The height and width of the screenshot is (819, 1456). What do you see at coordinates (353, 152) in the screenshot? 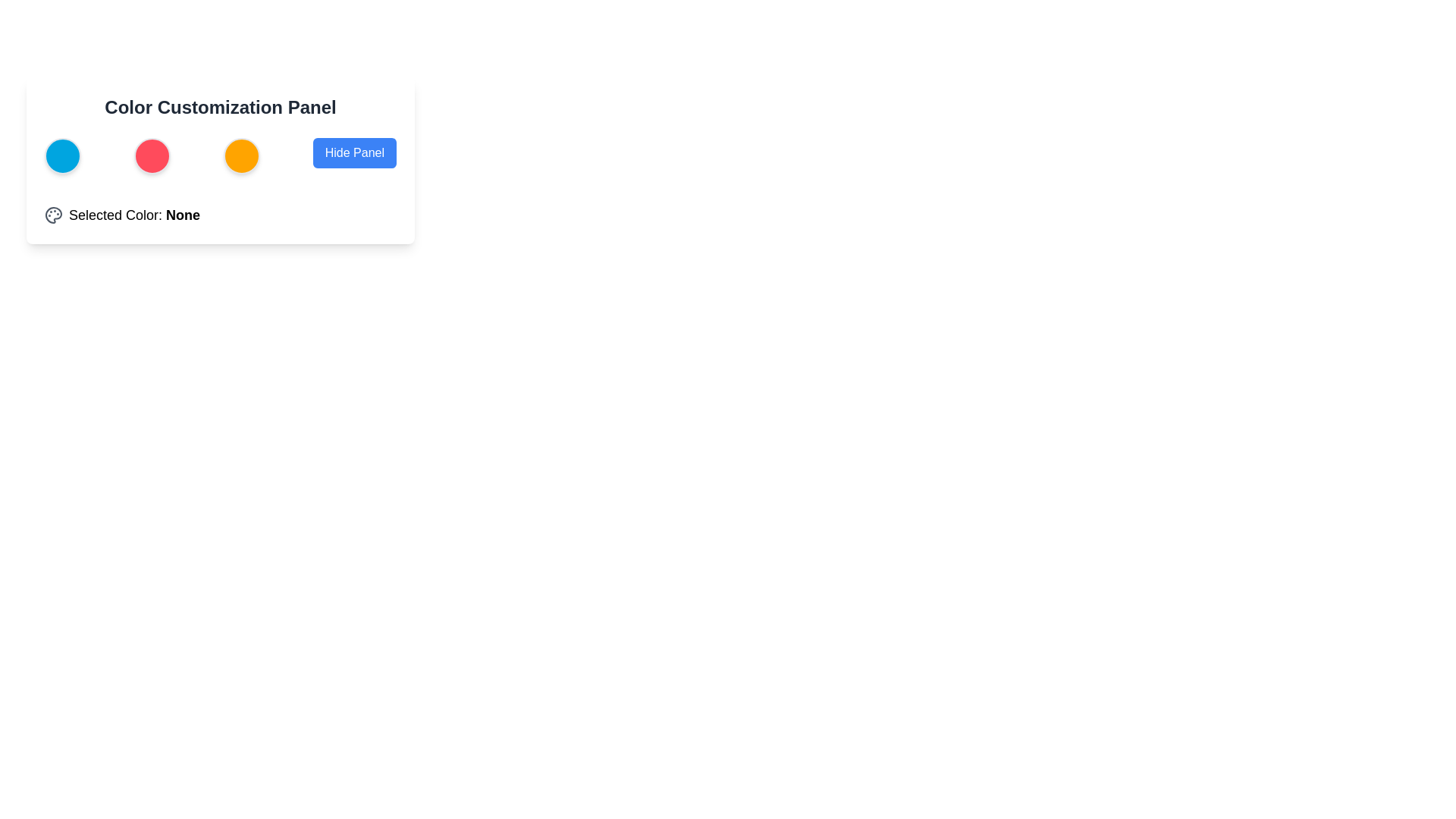
I see `the 'Hide Panel' button, which is a white text button on a blue background with rounded corners, located in the 'Color Customization Panel' section` at bounding box center [353, 152].